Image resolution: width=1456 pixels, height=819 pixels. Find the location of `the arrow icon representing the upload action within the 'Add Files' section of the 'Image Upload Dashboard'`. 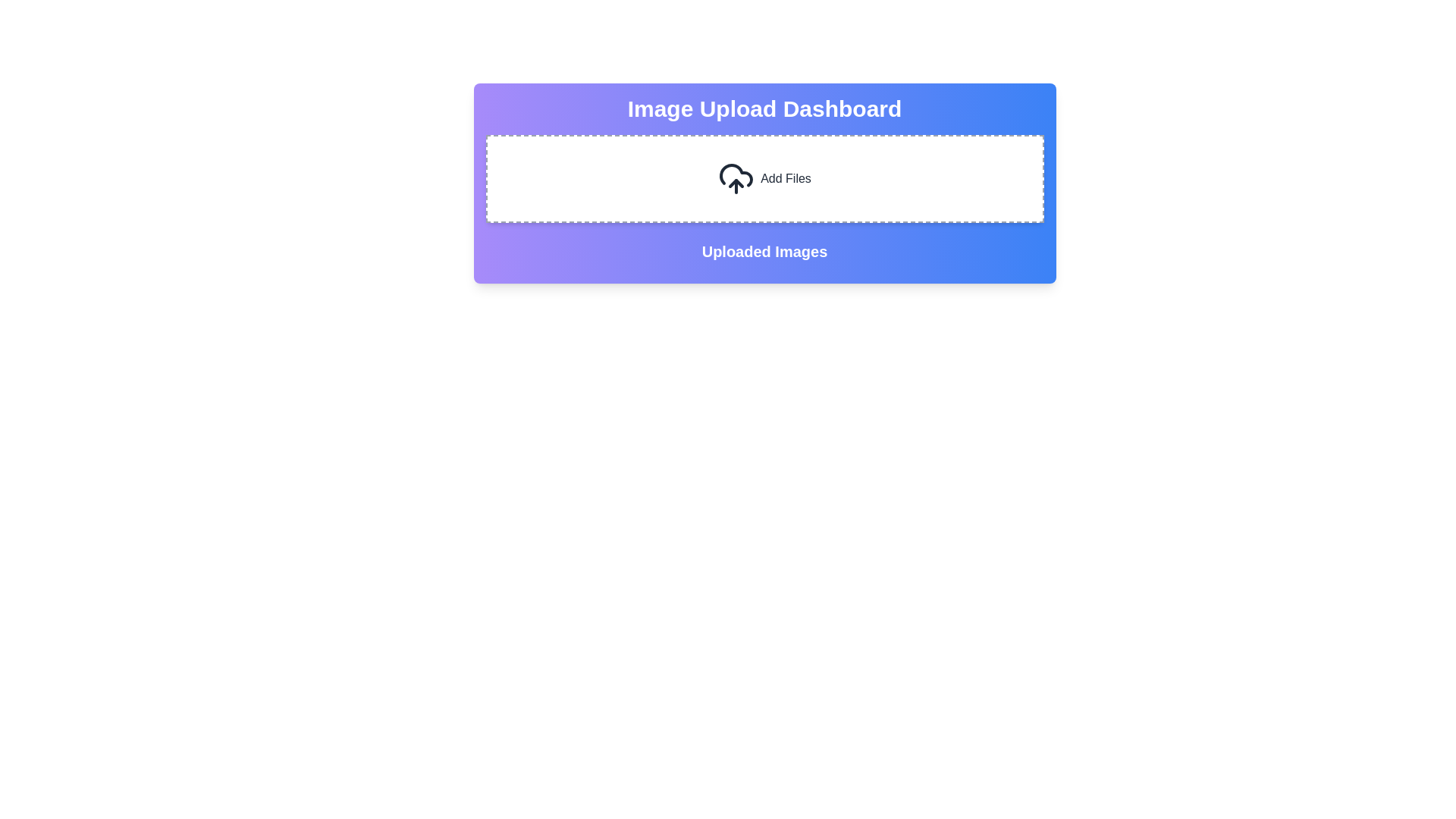

the arrow icon representing the upload action within the 'Add Files' section of the 'Image Upload Dashboard' is located at coordinates (736, 183).